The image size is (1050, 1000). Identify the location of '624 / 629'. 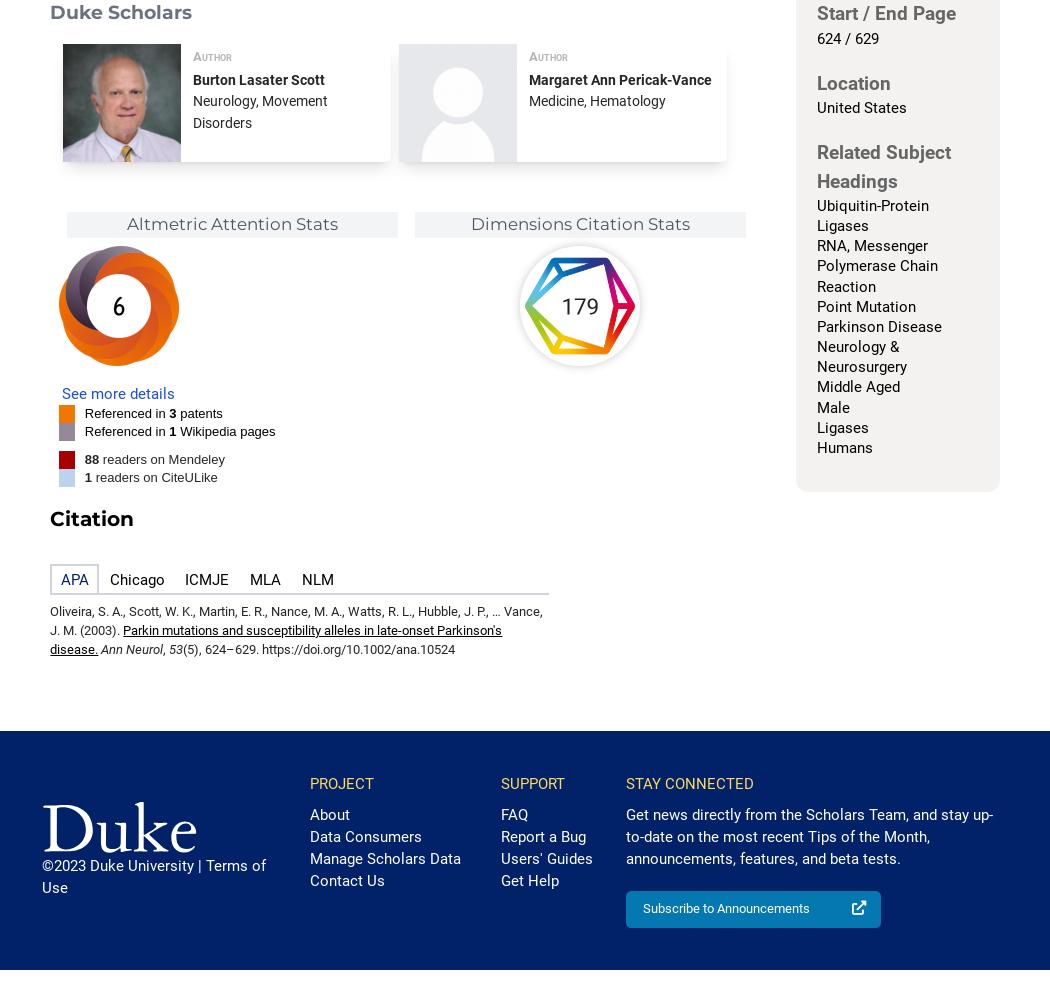
(814, 38).